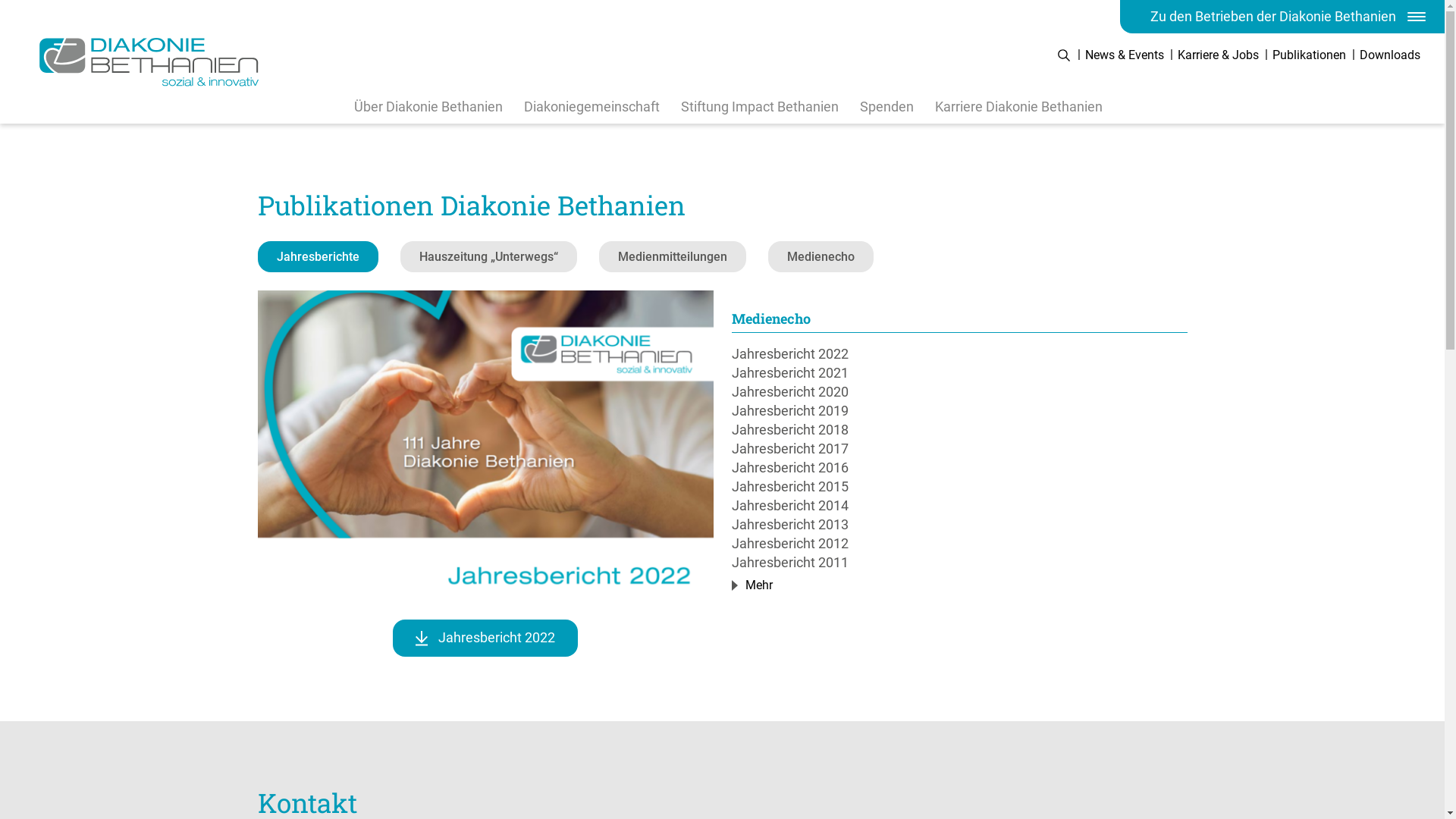 Image resolution: width=1456 pixels, height=819 pixels. Describe the element at coordinates (756, 584) in the screenshot. I see `'Mehr'` at that location.